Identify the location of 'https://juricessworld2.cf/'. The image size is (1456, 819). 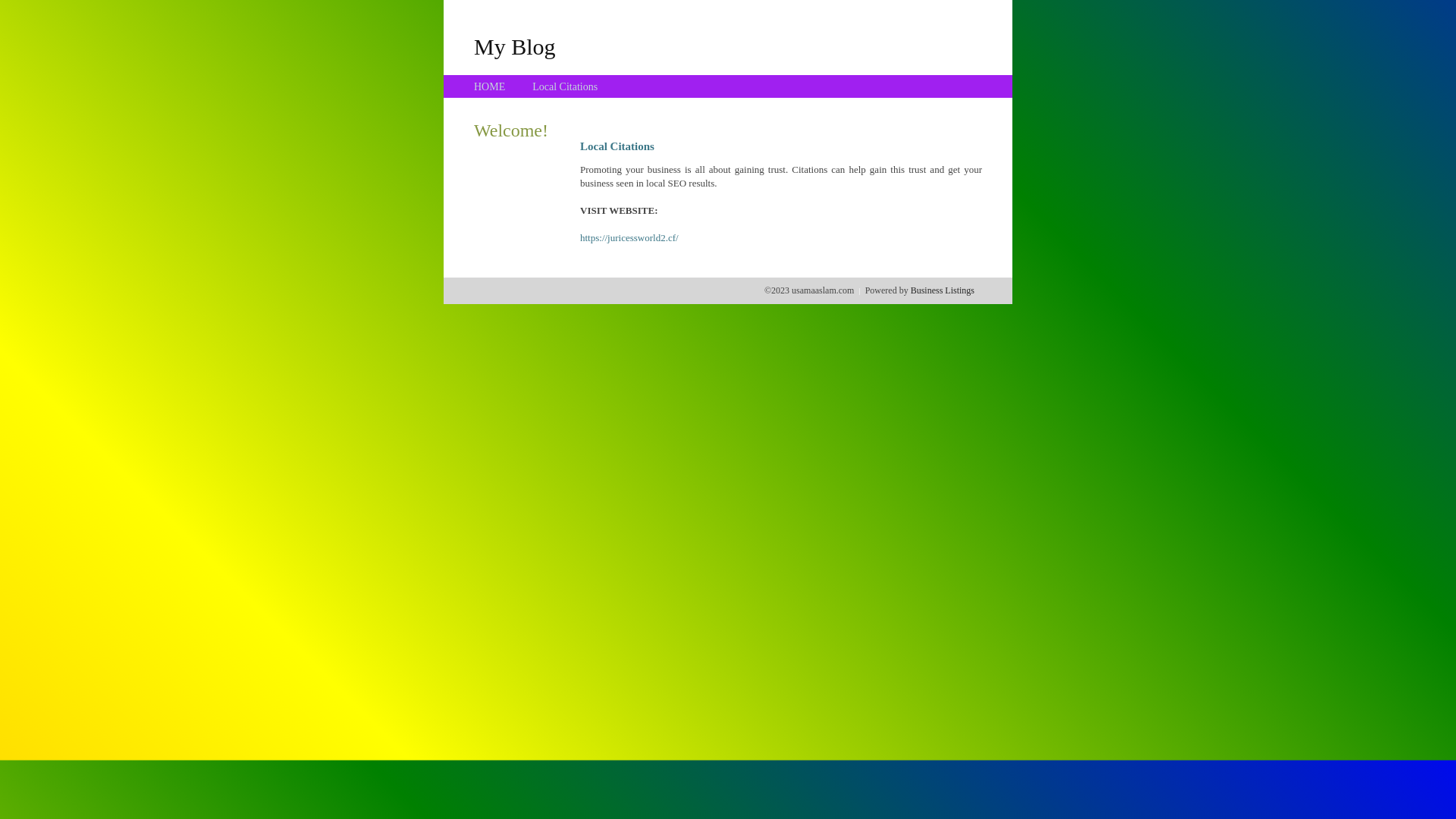
(629, 237).